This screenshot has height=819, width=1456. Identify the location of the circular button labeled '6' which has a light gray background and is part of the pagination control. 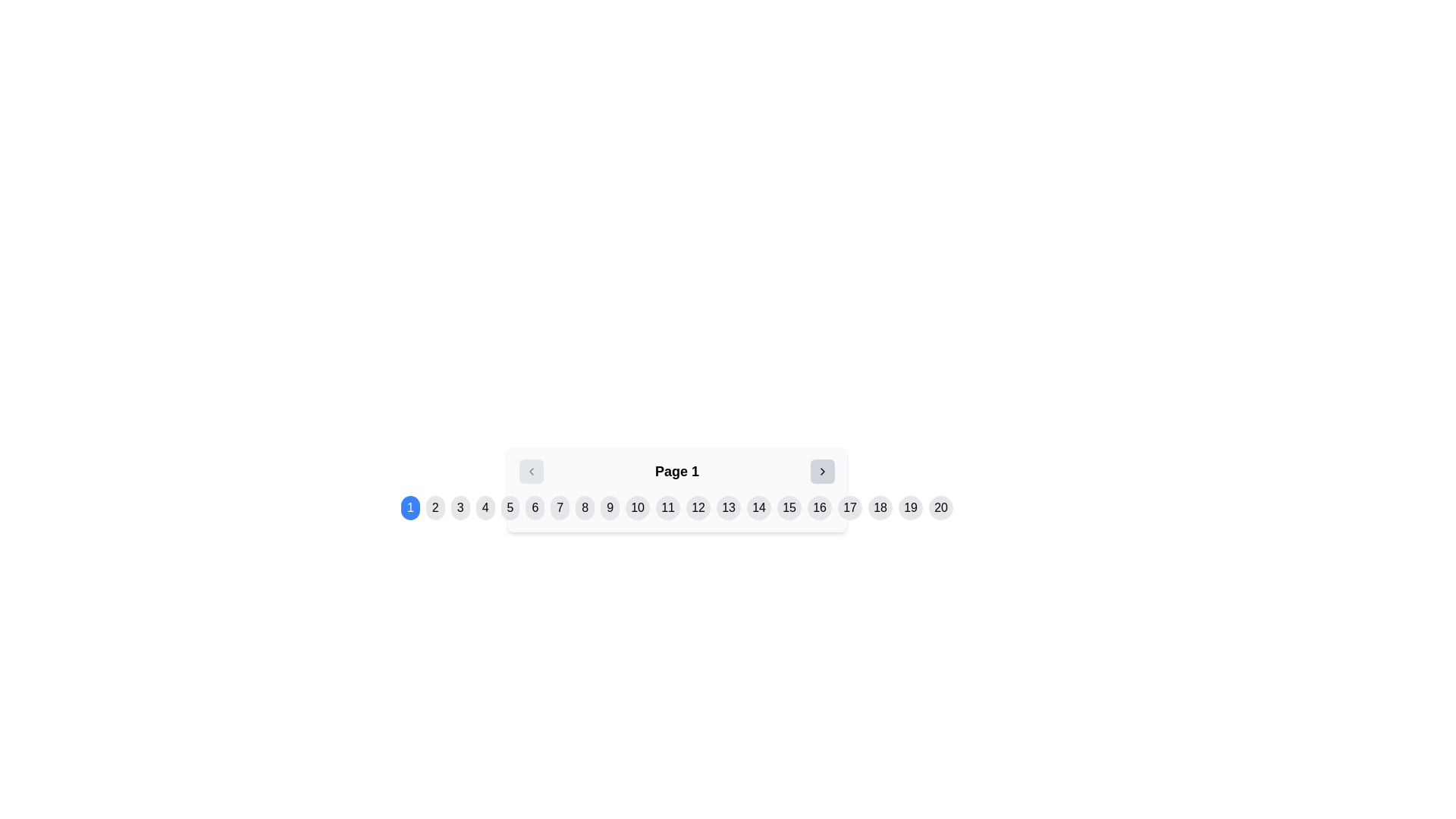
(535, 508).